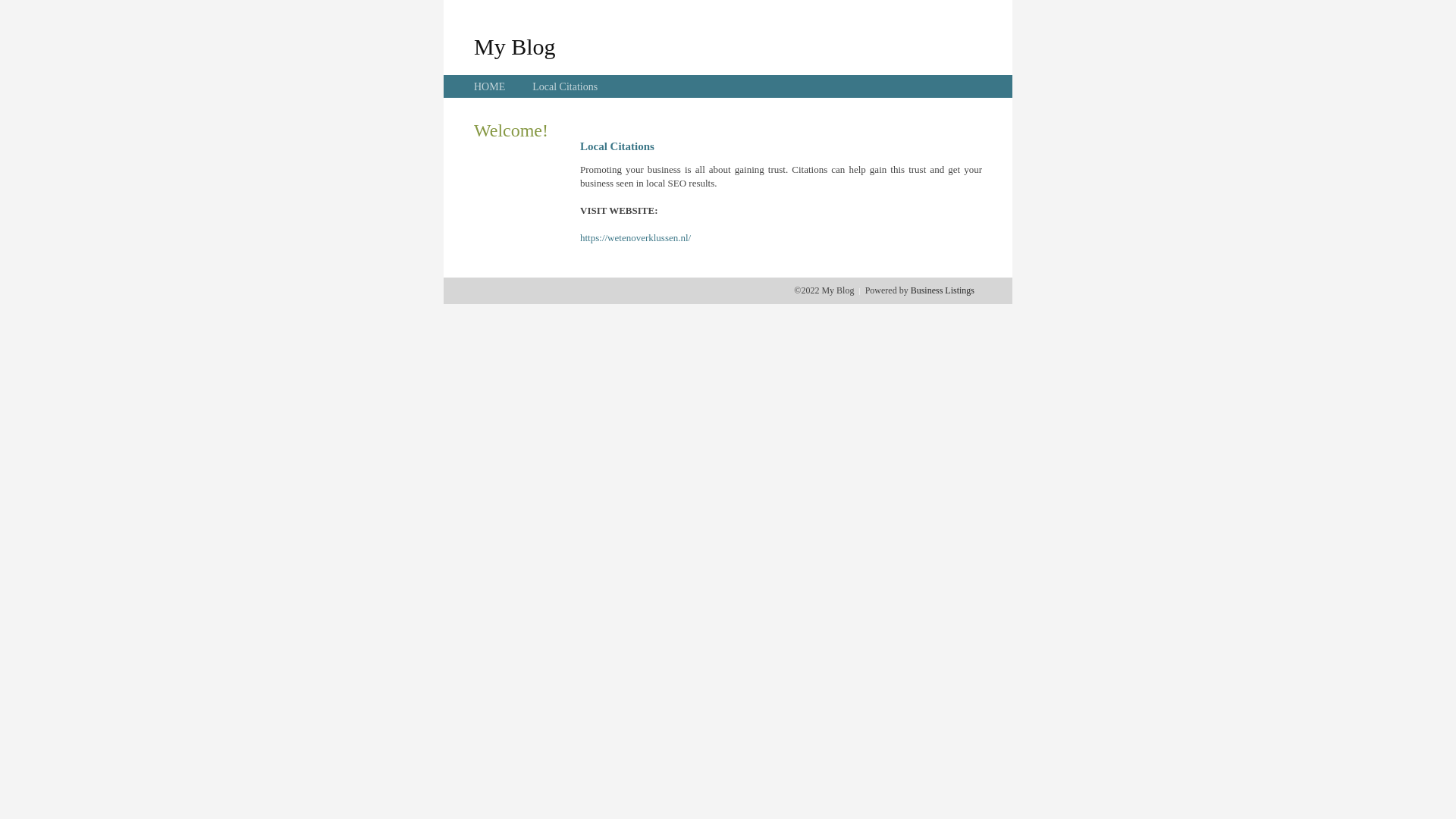 This screenshot has height=819, width=1456. What do you see at coordinates (514, 45) in the screenshot?
I see `'My Blog'` at bounding box center [514, 45].